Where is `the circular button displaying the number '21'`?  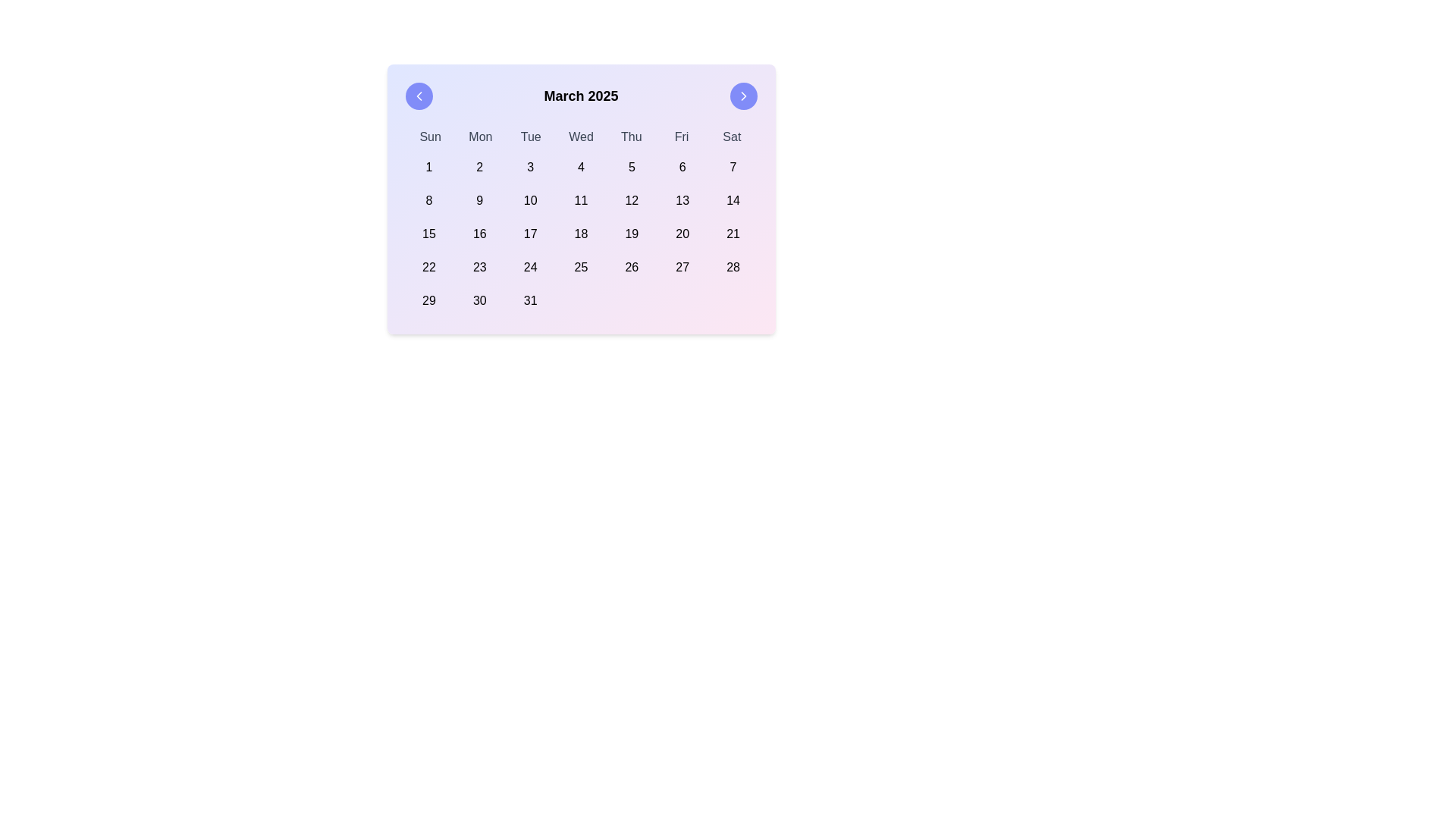
the circular button displaying the number '21' is located at coordinates (733, 234).